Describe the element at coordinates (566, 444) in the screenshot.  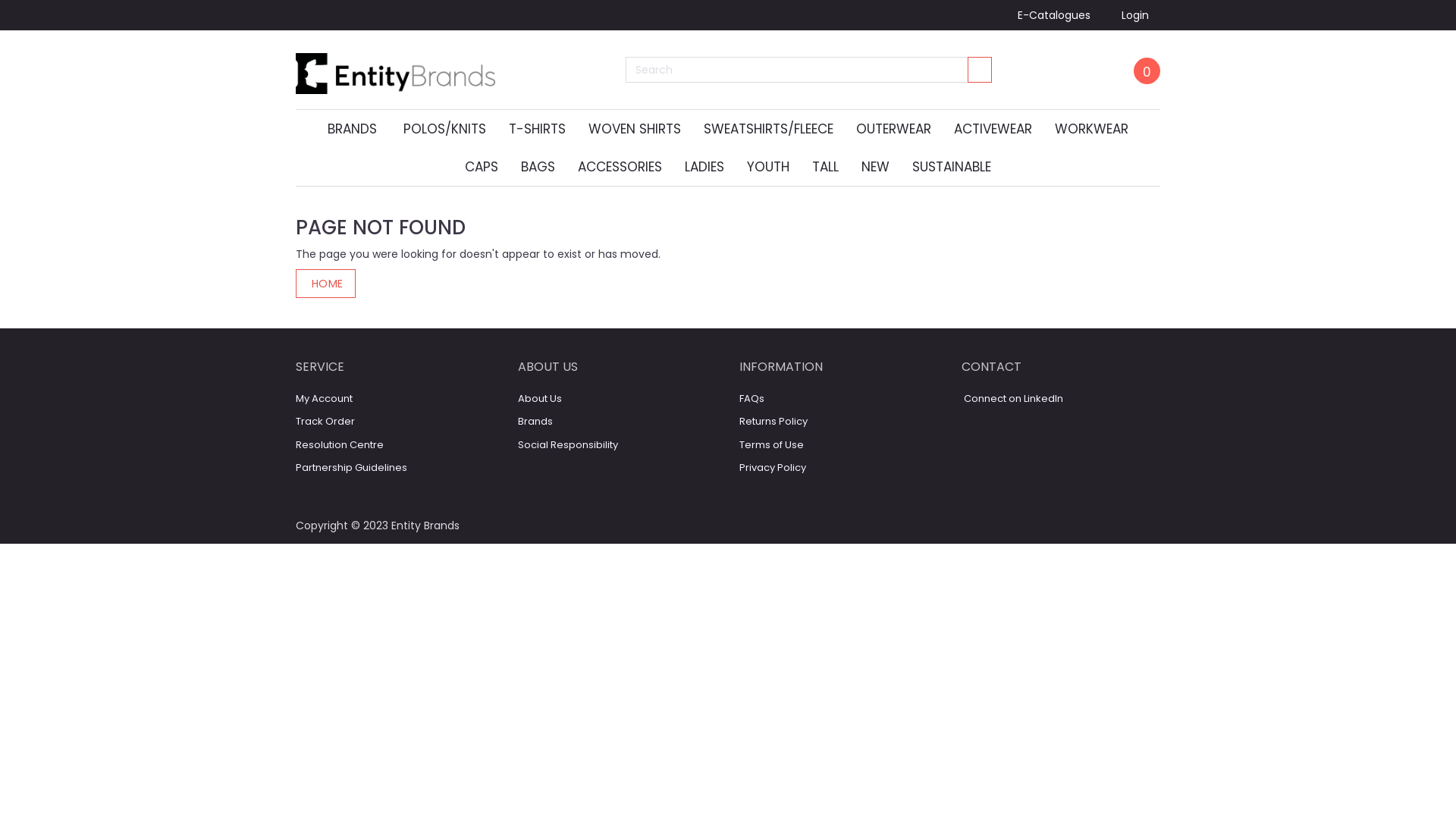
I see `'Social Responsibility'` at that location.